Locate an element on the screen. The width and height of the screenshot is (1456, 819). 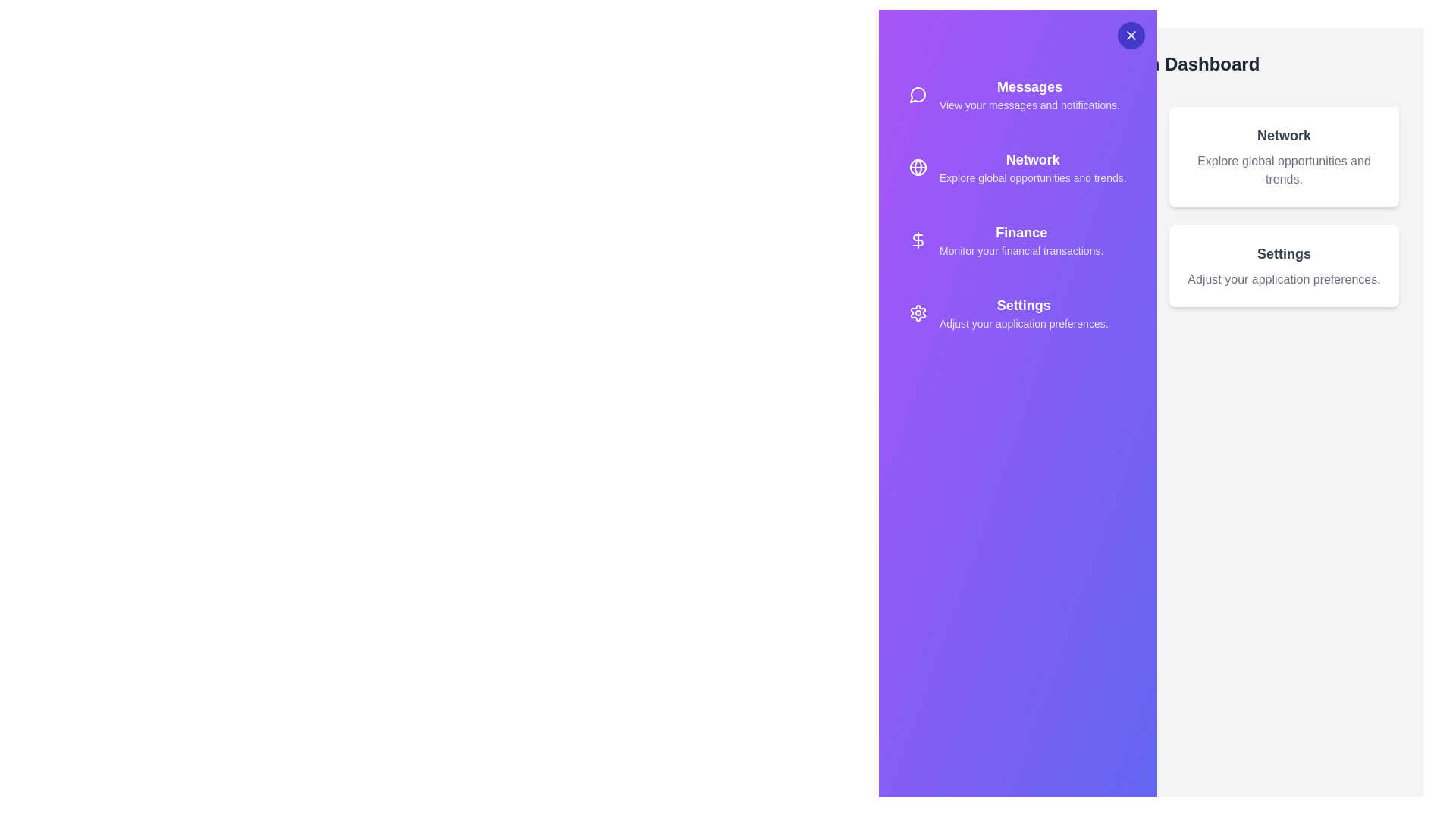
the option Messages from the sidebar is located at coordinates (1018, 94).